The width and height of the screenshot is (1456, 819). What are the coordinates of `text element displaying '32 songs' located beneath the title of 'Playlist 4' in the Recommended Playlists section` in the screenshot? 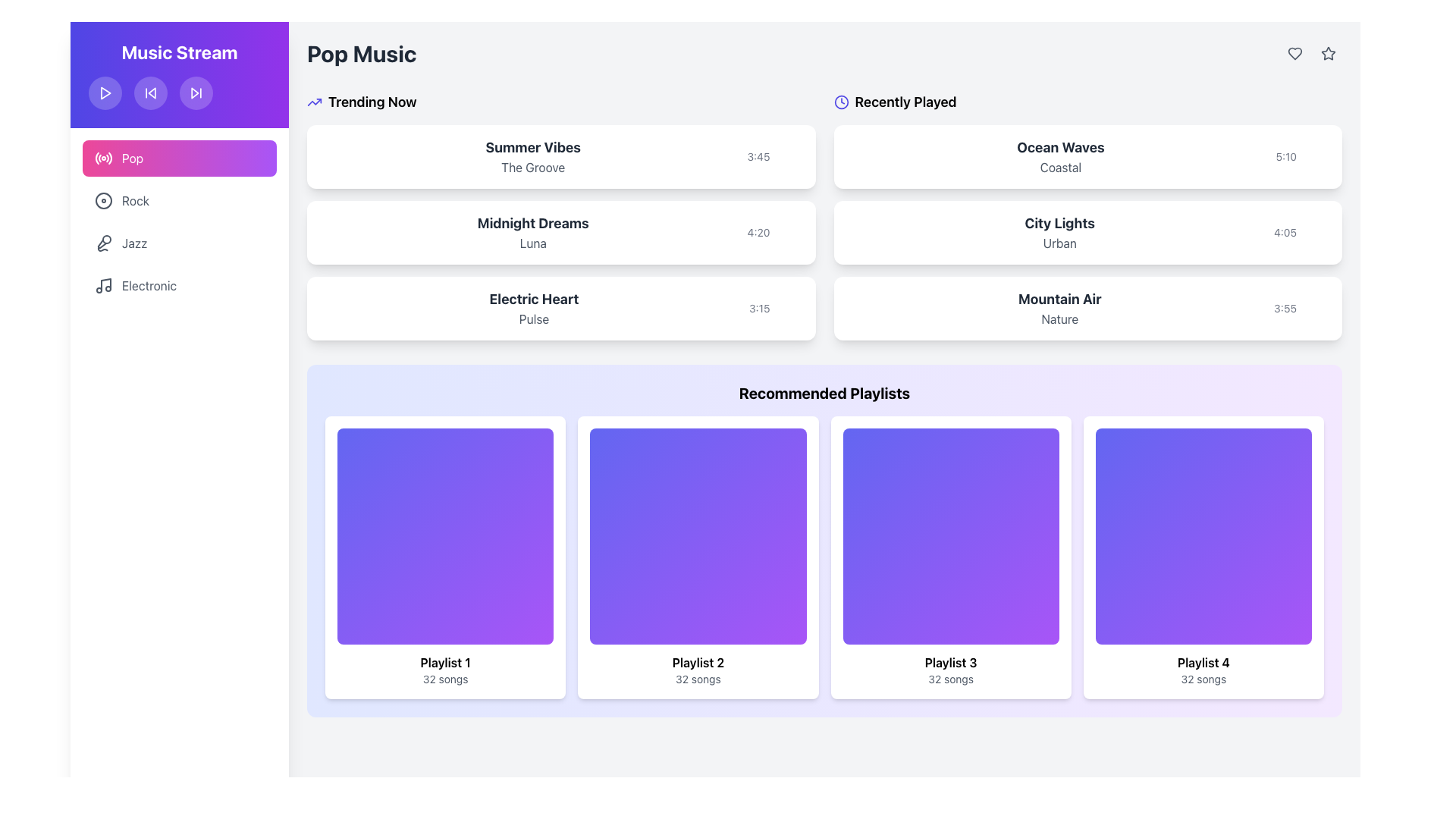 It's located at (1203, 679).